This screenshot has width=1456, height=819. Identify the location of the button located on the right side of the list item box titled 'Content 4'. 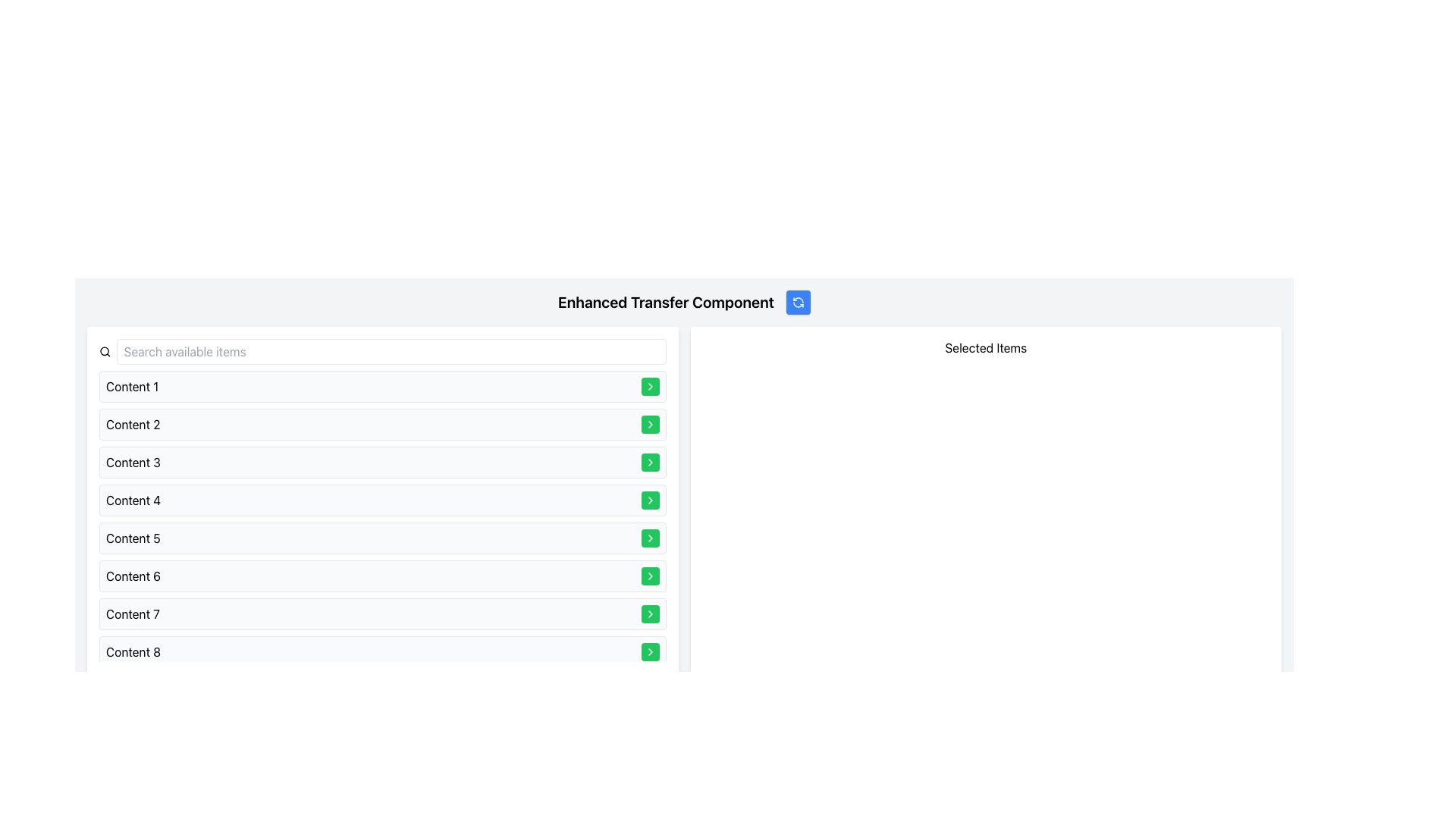
(650, 500).